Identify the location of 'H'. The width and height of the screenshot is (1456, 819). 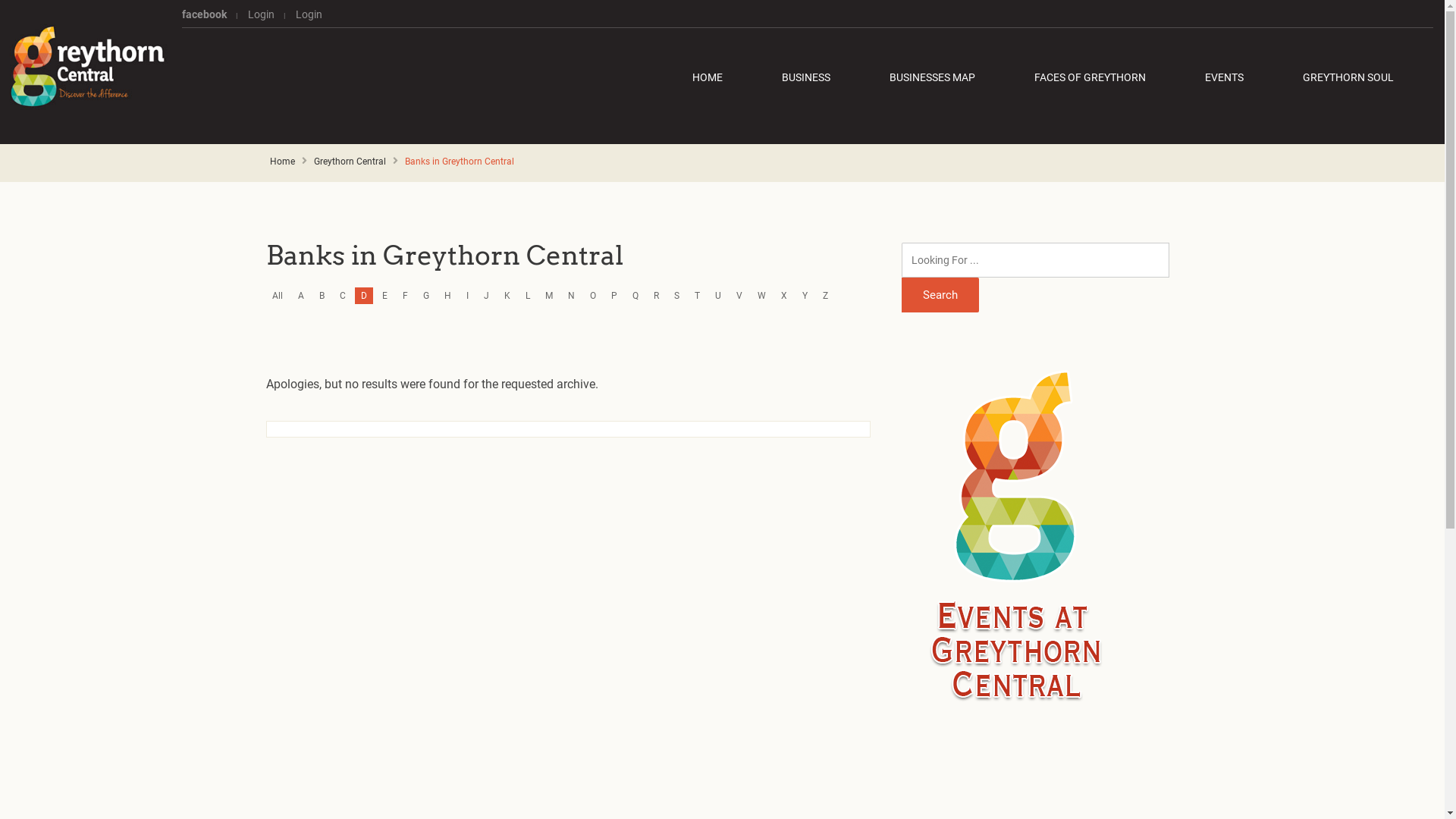
(437, 295).